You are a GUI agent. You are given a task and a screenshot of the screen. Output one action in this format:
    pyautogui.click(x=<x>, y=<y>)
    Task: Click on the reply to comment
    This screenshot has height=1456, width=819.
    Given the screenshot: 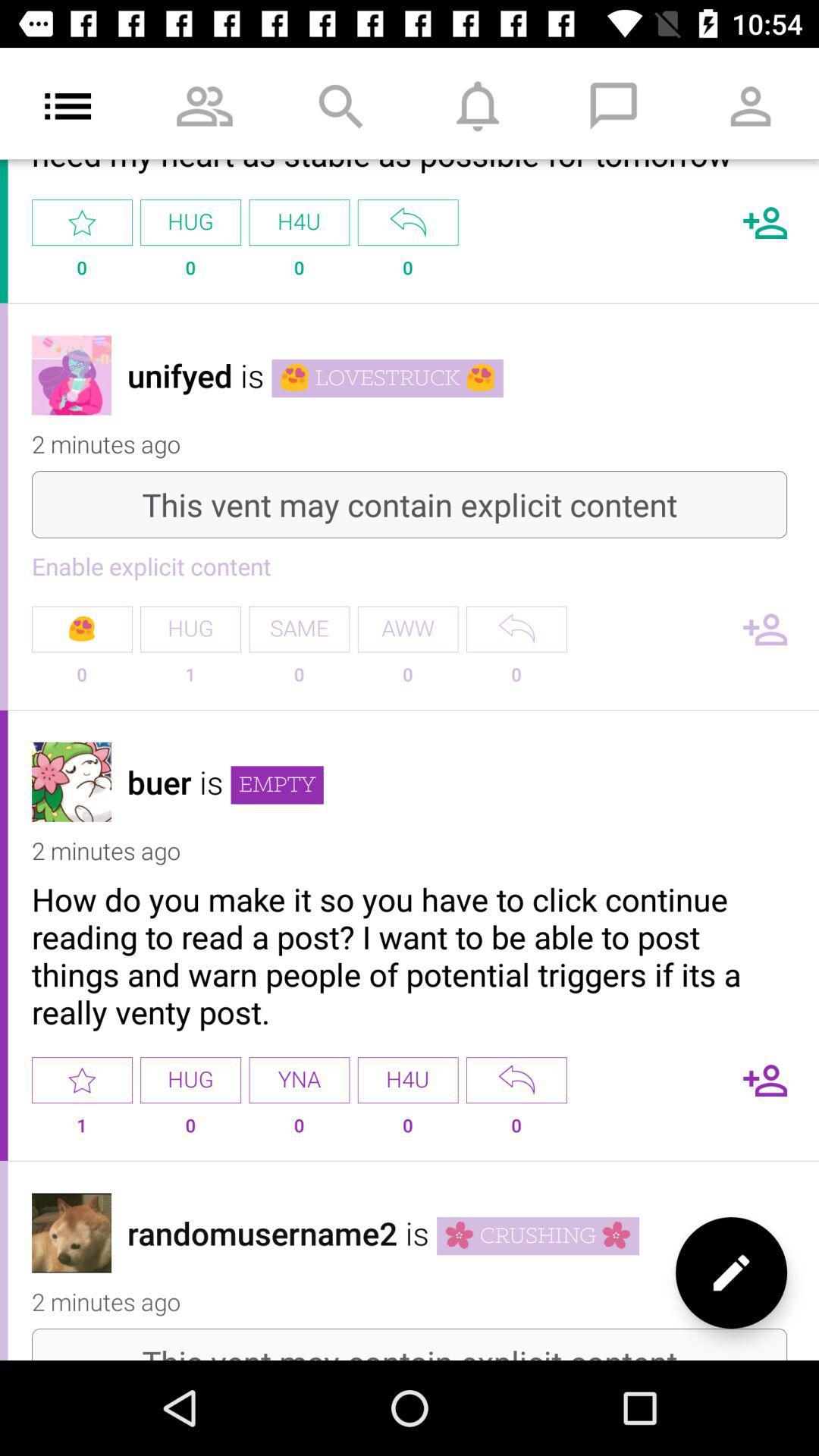 What is the action you would take?
    pyautogui.click(x=516, y=1079)
    